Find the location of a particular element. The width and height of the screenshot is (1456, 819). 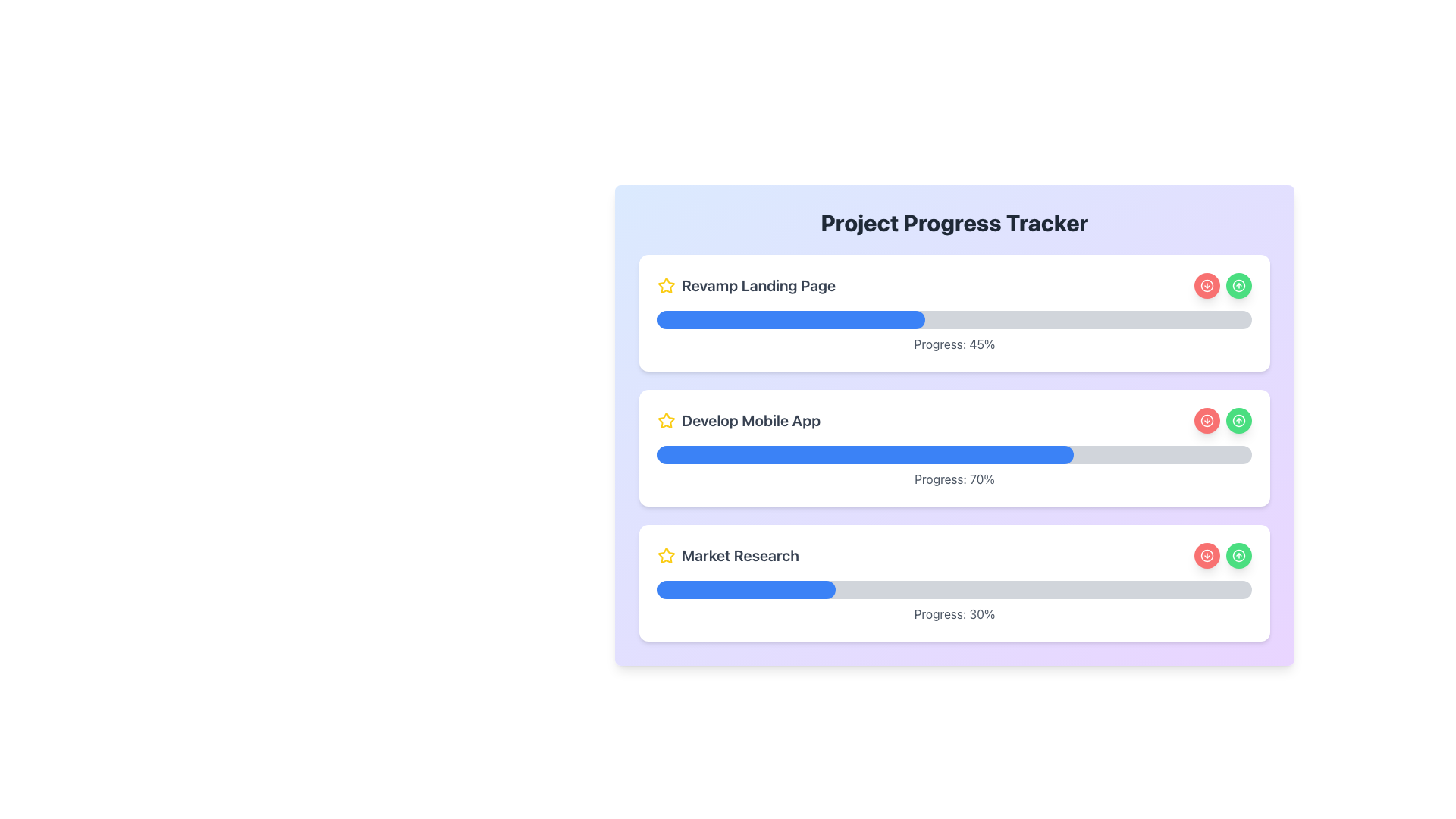

the 'Market Research' Text Label, which displays the progress (30%) is located at coordinates (953, 614).